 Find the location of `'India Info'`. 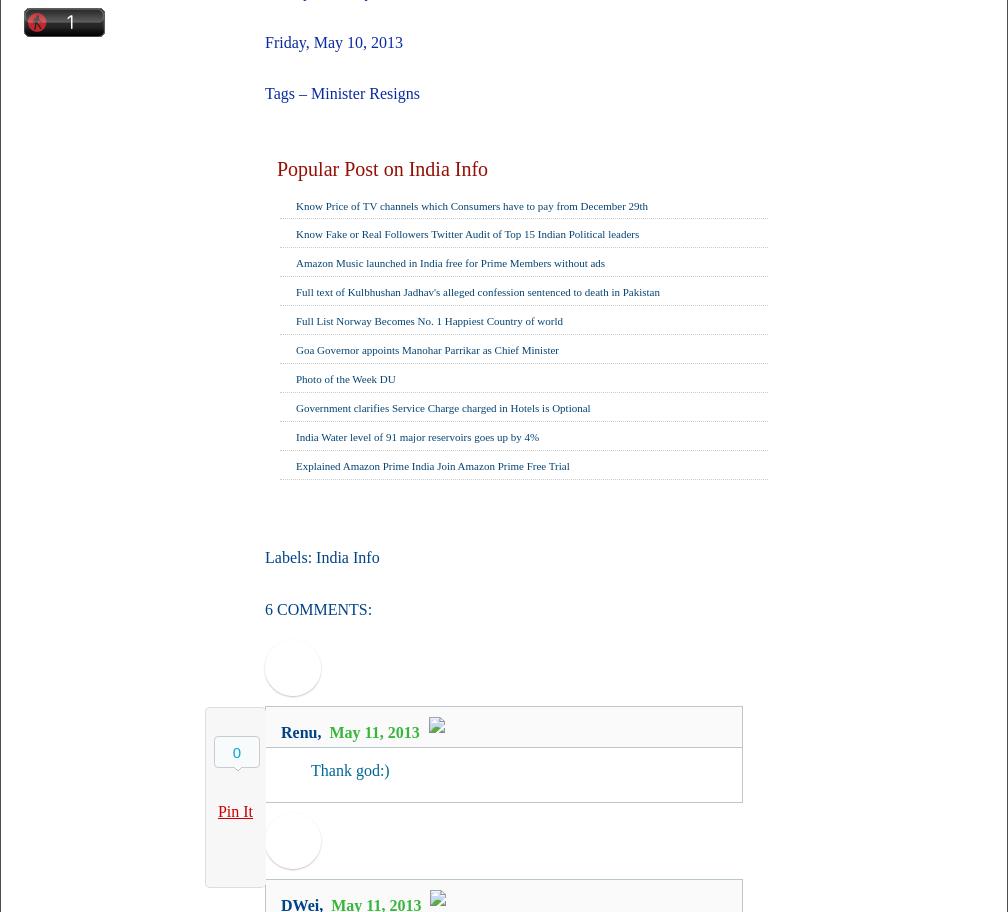

'India Info' is located at coordinates (347, 557).